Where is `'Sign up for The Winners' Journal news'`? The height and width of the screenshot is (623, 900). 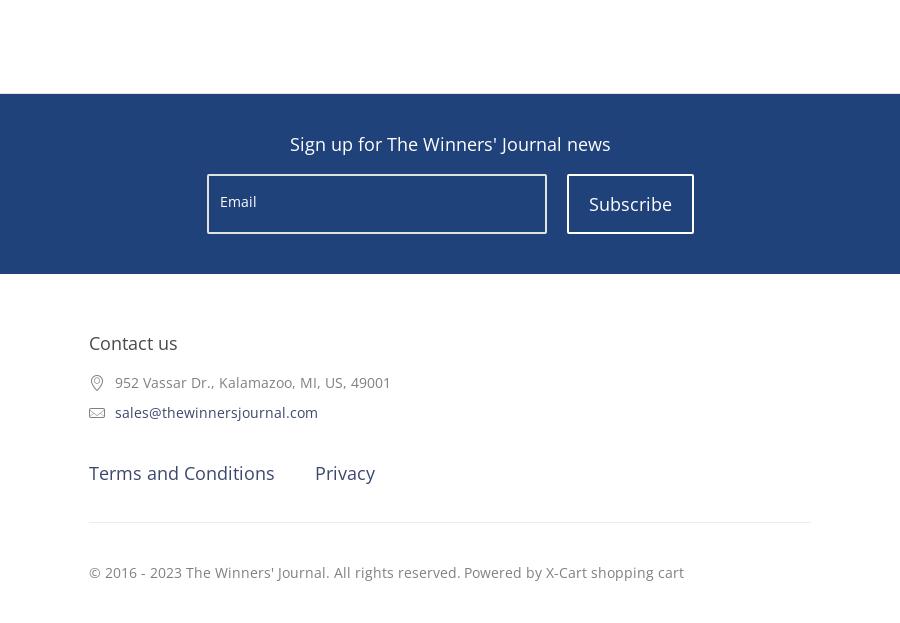 'Sign up for The Winners' Journal news' is located at coordinates (449, 143).